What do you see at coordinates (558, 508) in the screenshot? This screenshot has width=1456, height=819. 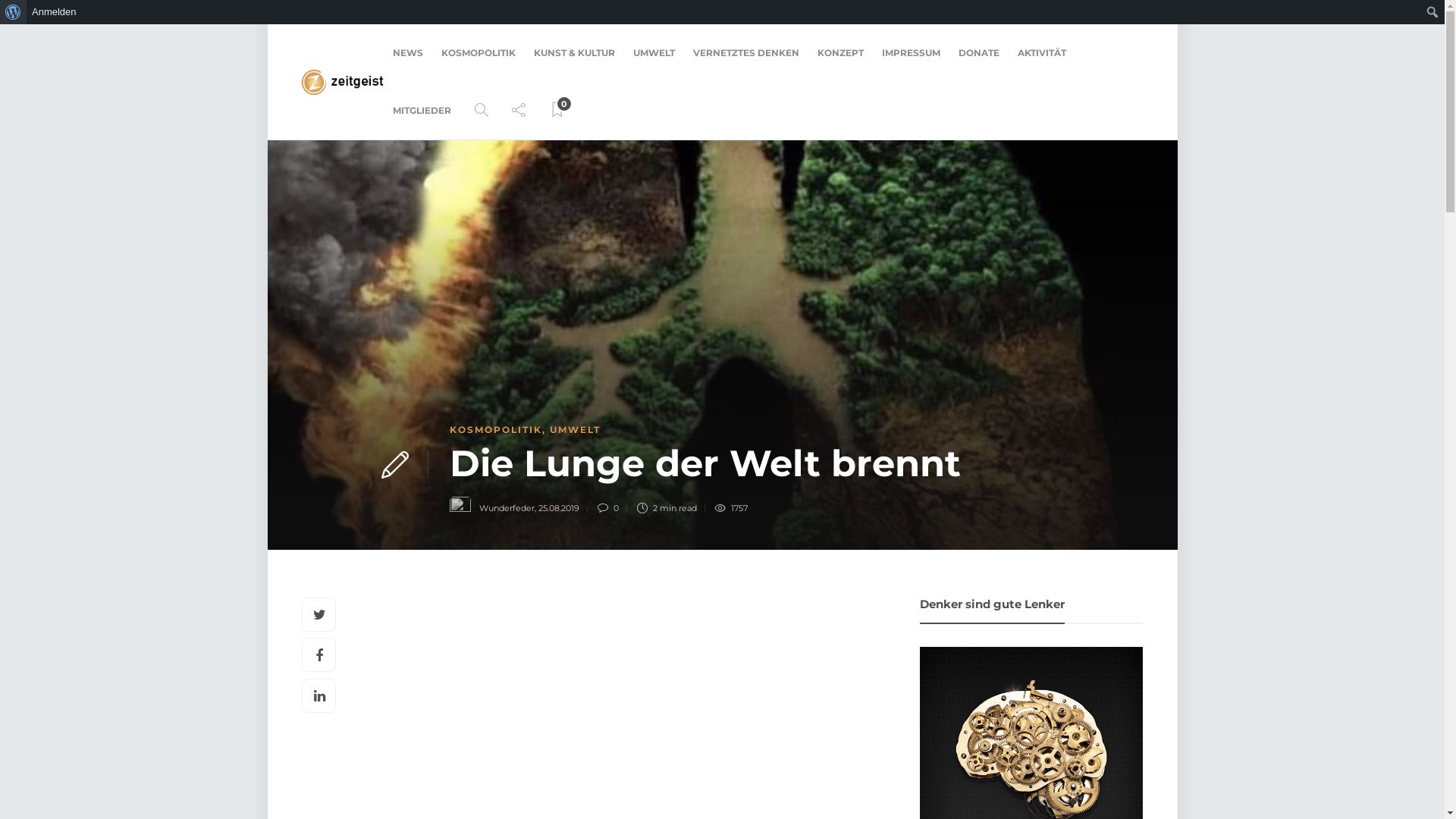 I see `'25.08.2019'` at bounding box center [558, 508].